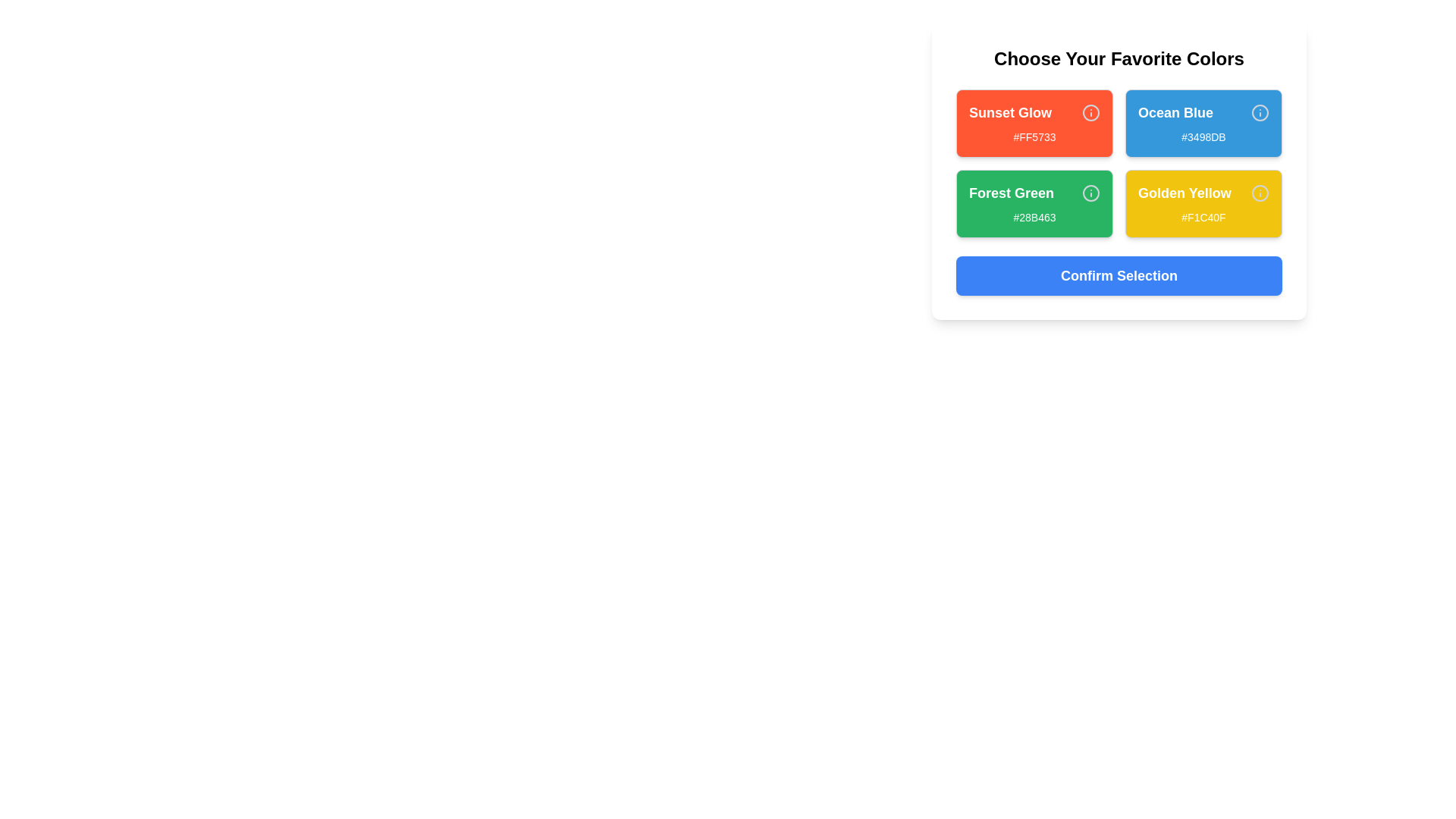  What do you see at coordinates (1034, 203) in the screenshot?
I see `the color card labeled Forest Green to inspect its color representation` at bounding box center [1034, 203].